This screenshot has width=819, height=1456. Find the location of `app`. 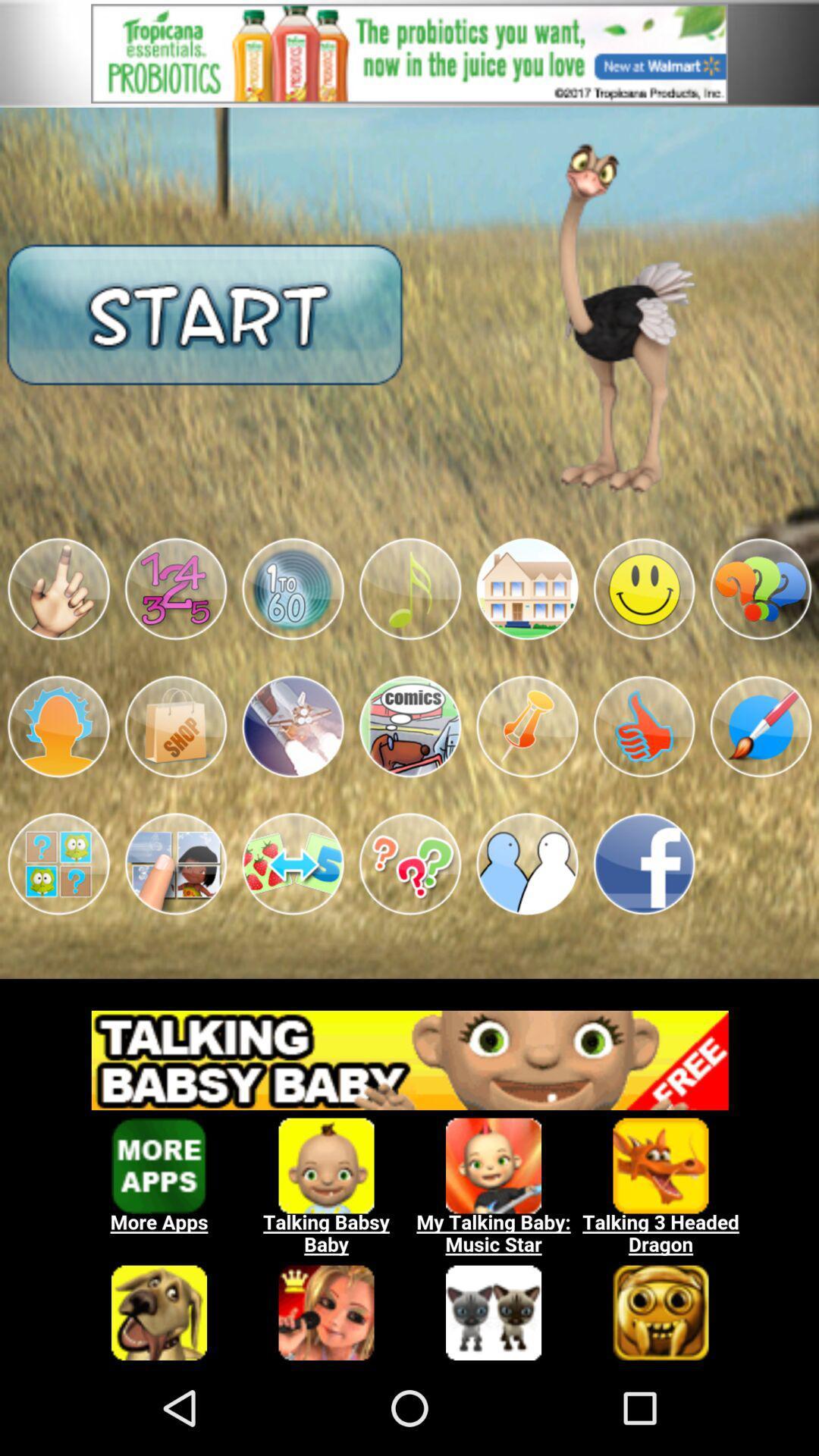

app is located at coordinates (409, 726).